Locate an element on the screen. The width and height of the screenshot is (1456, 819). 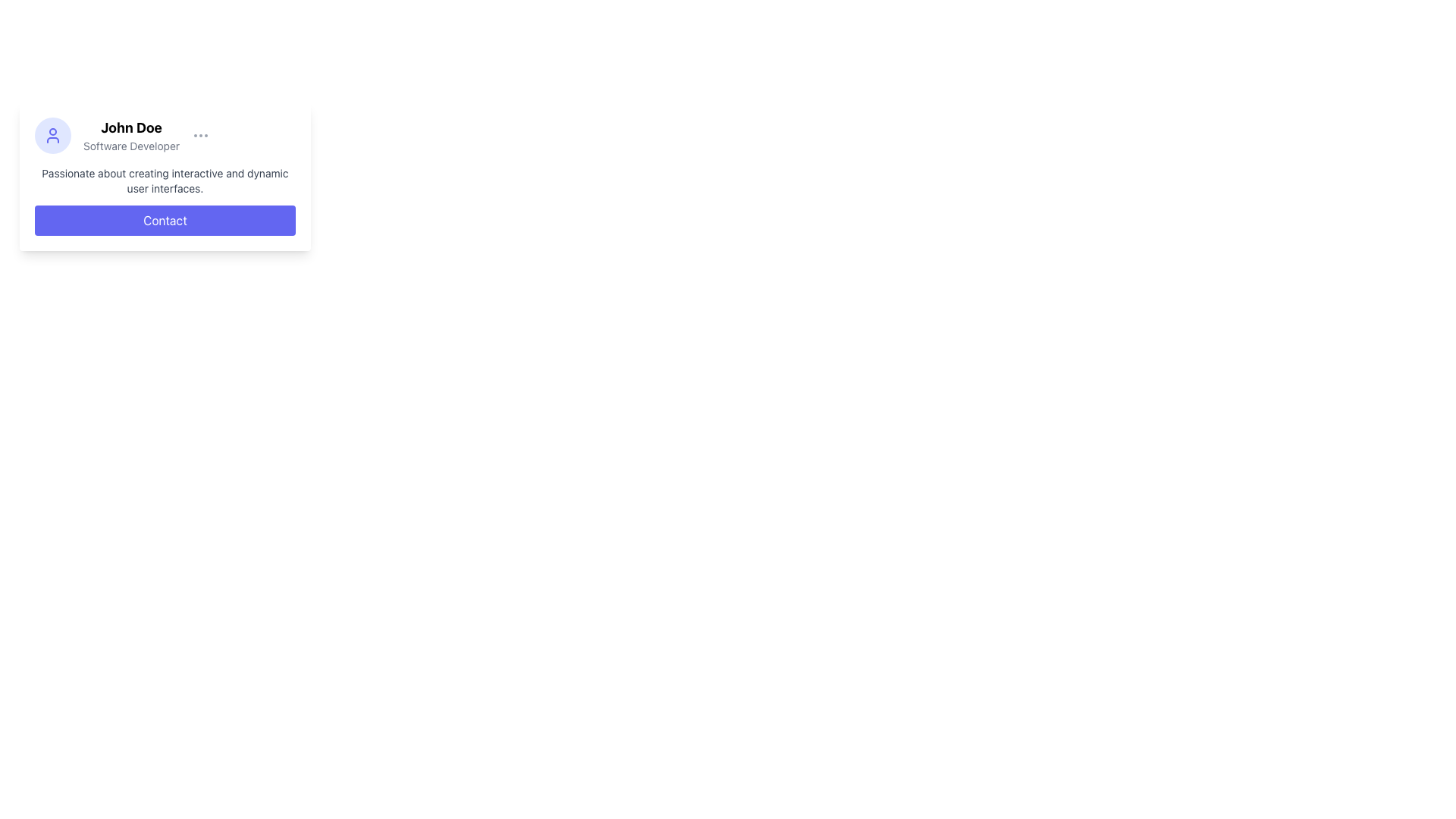
bold text label 'John Doe' which is styled with a larger font size and is the topmost element in its grouping, located above the supporting text 'Software Developer' is located at coordinates (131, 127).